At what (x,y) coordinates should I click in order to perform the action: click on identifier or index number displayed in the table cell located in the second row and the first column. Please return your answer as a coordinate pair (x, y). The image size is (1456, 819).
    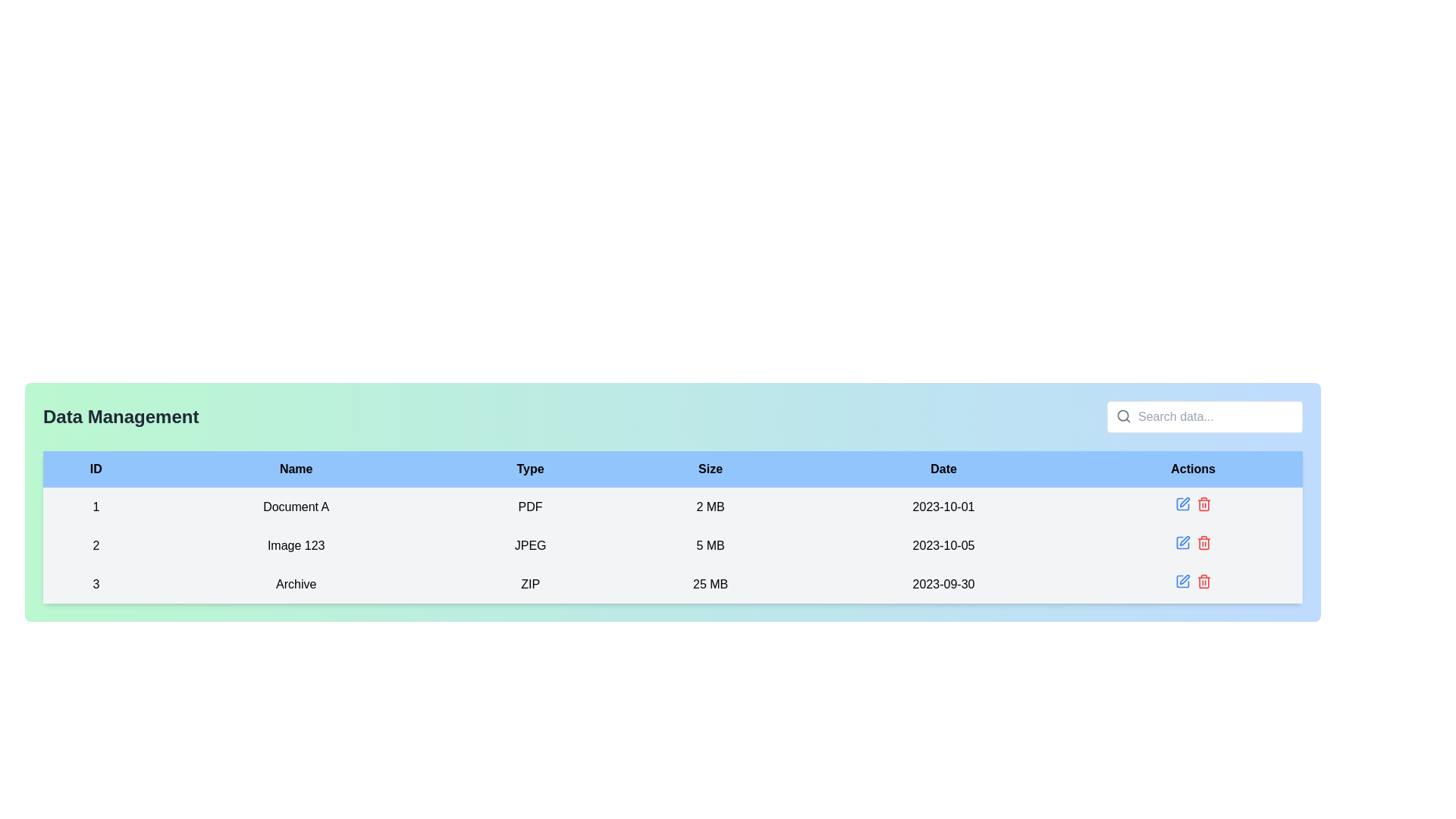
    Looking at the image, I should click on (95, 544).